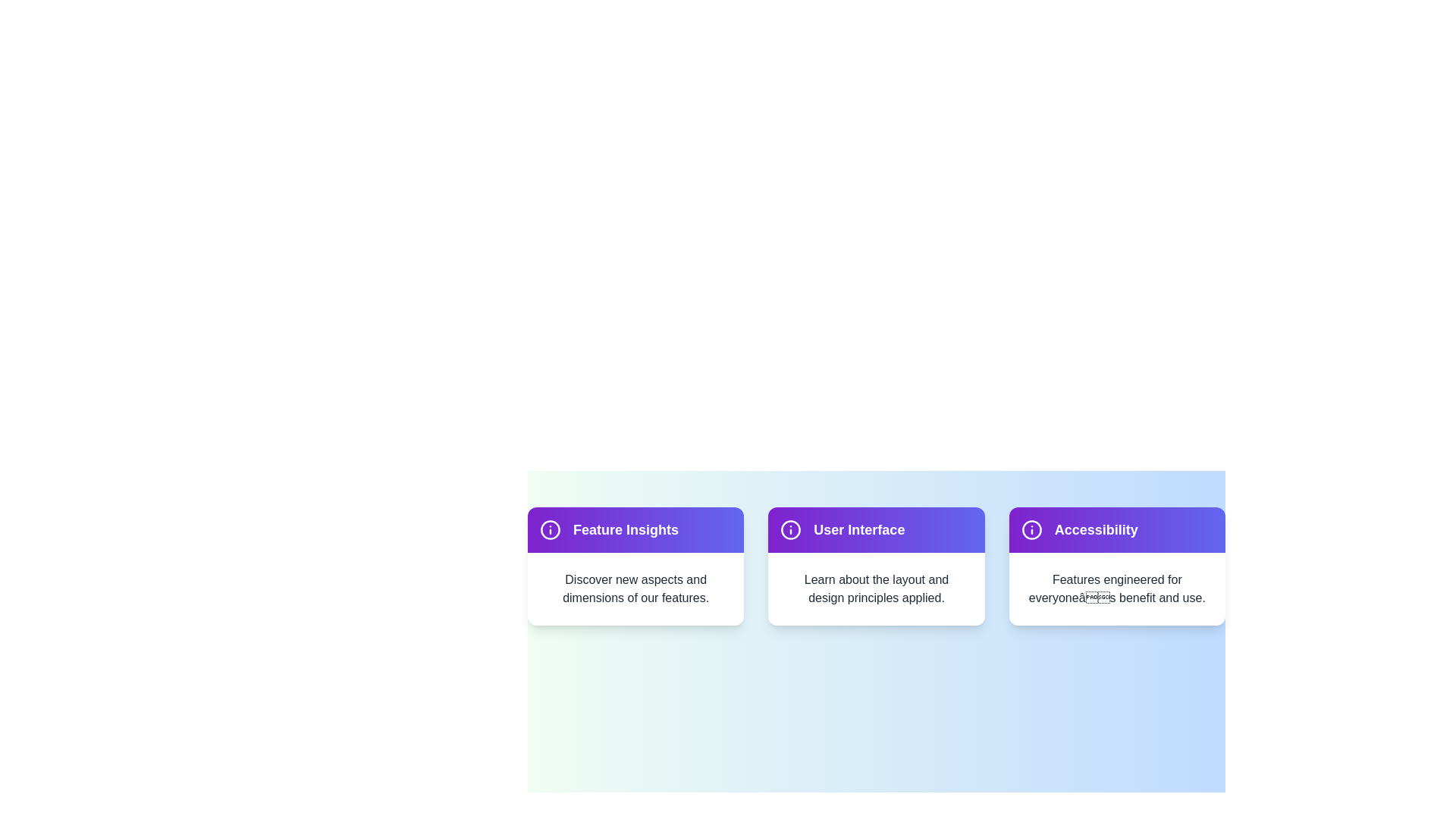  What do you see at coordinates (1031, 529) in the screenshot?
I see `the central circle of the SVG icon component located in the top section labeled 'Accessibility' within the third card from the left` at bounding box center [1031, 529].